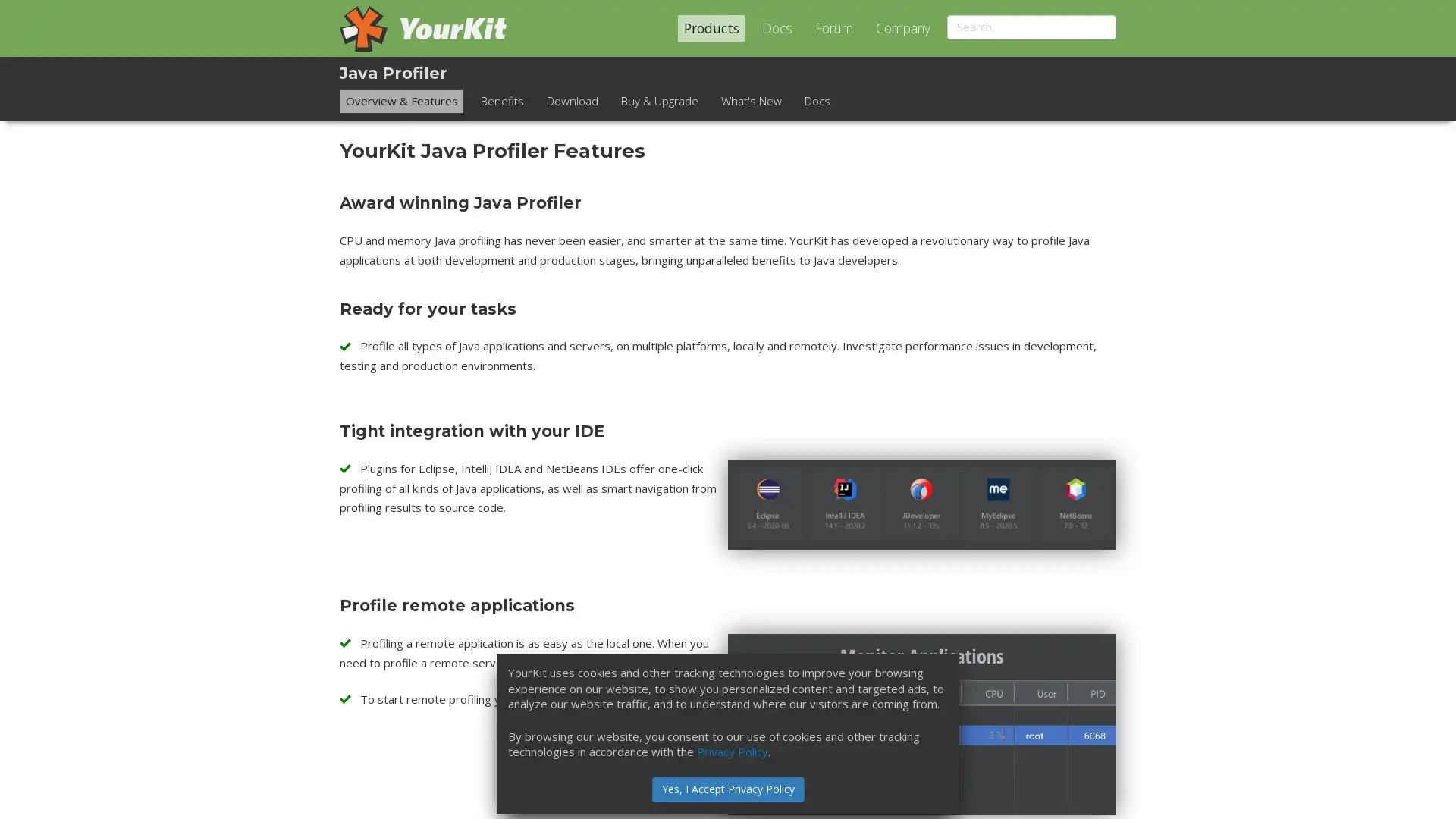  Describe the element at coordinates (726, 788) in the screenshot. I see `Yes, I Accept Privacy Policy` at that location.